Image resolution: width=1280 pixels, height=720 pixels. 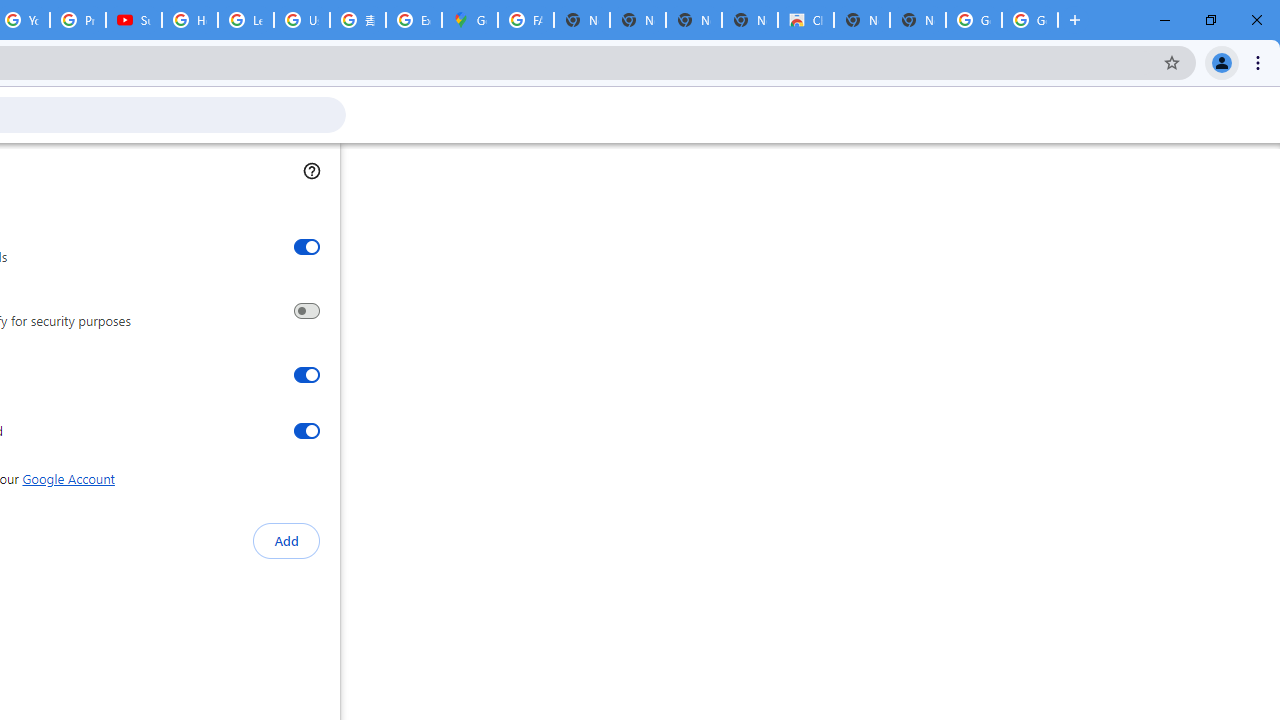 I want to click on 'Google Images', so click(x=974, y=20).